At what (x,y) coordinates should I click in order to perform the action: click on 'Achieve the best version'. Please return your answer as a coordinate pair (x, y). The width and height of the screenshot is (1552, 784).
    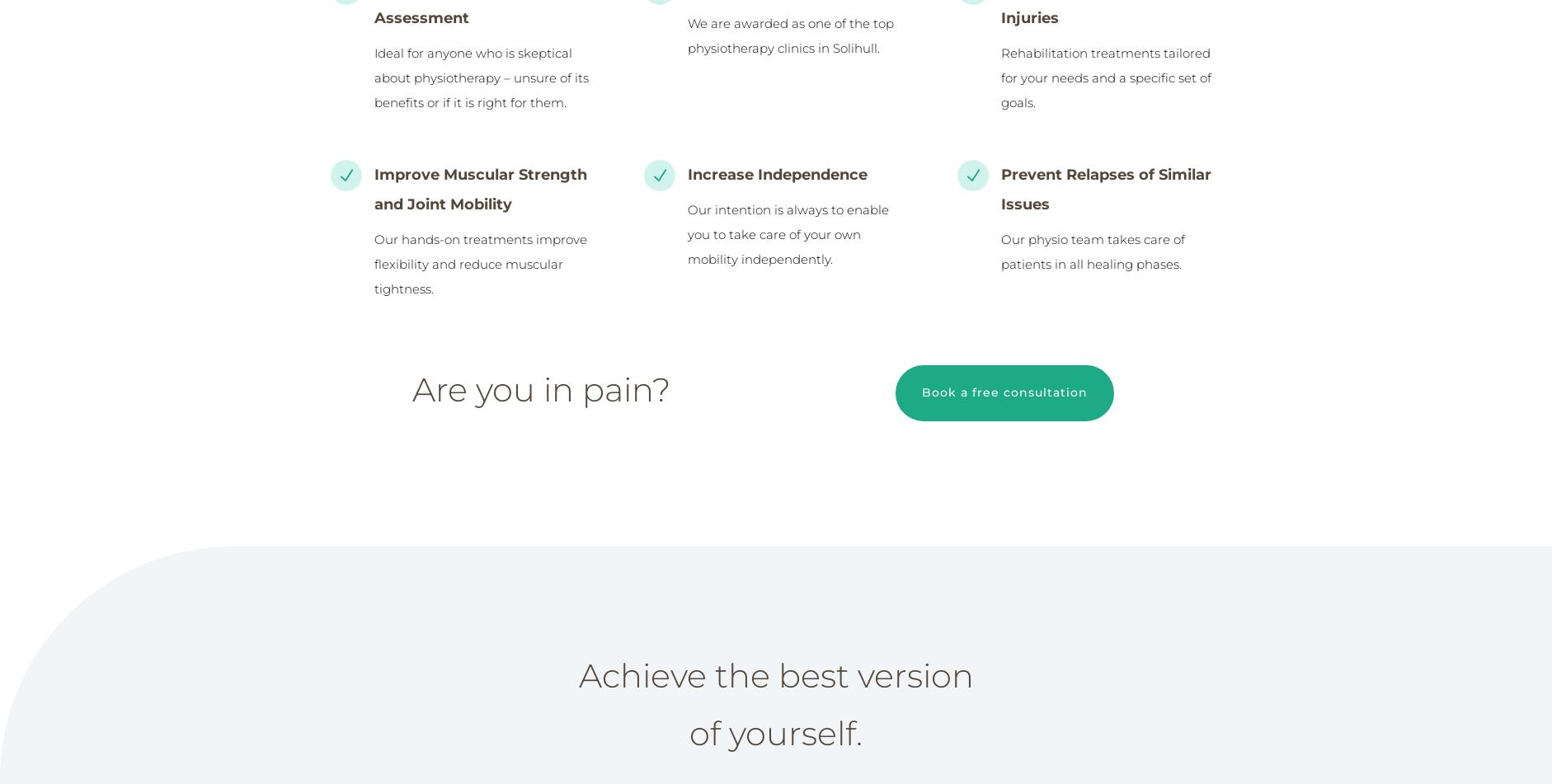
    Looking at the image, I should click on (775, 674).